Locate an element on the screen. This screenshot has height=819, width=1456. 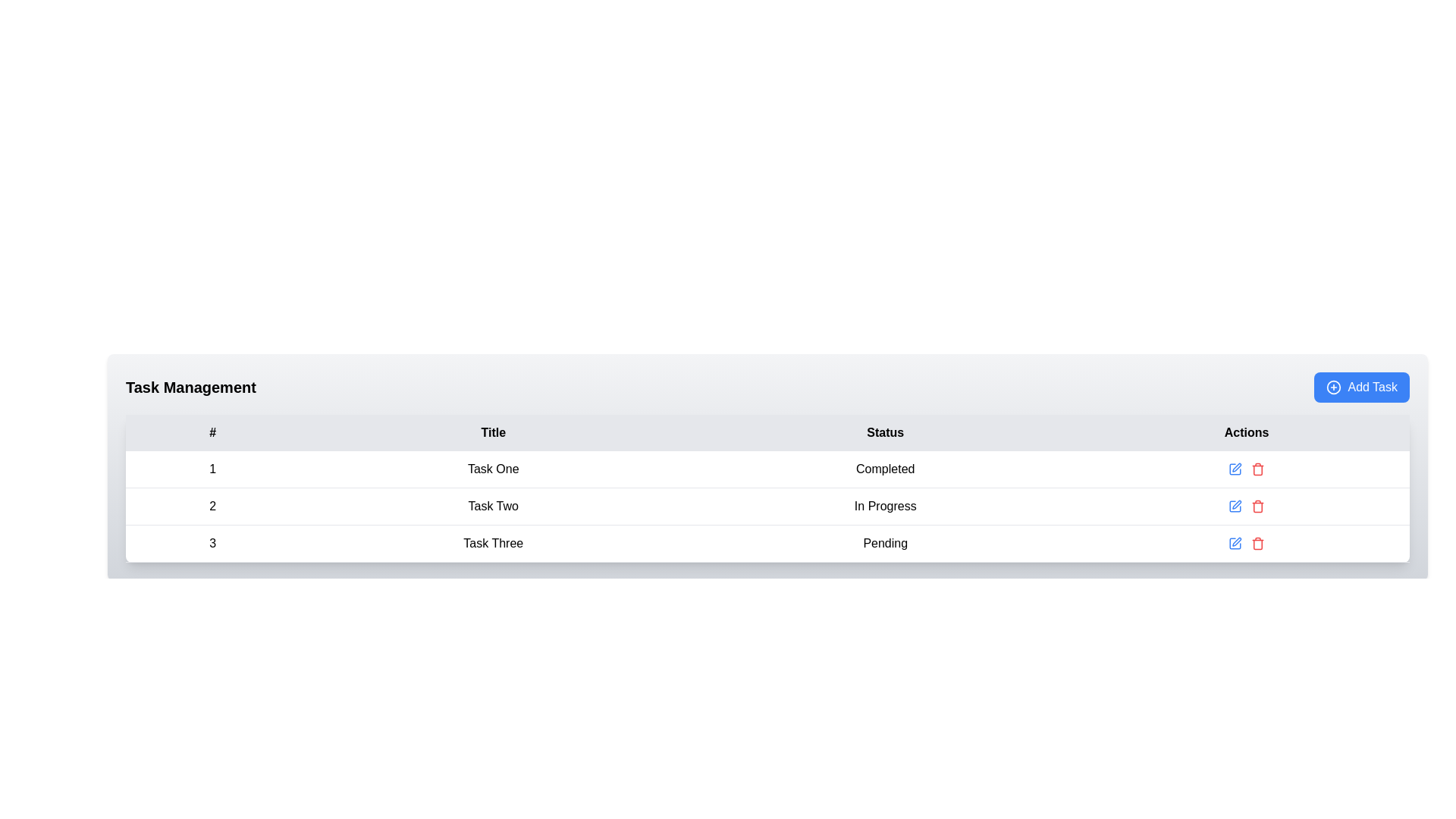
the static text element displaying 'Task Three', which is centered in the third row under the 'Title' column of the table is located at coordinates (493, 543).